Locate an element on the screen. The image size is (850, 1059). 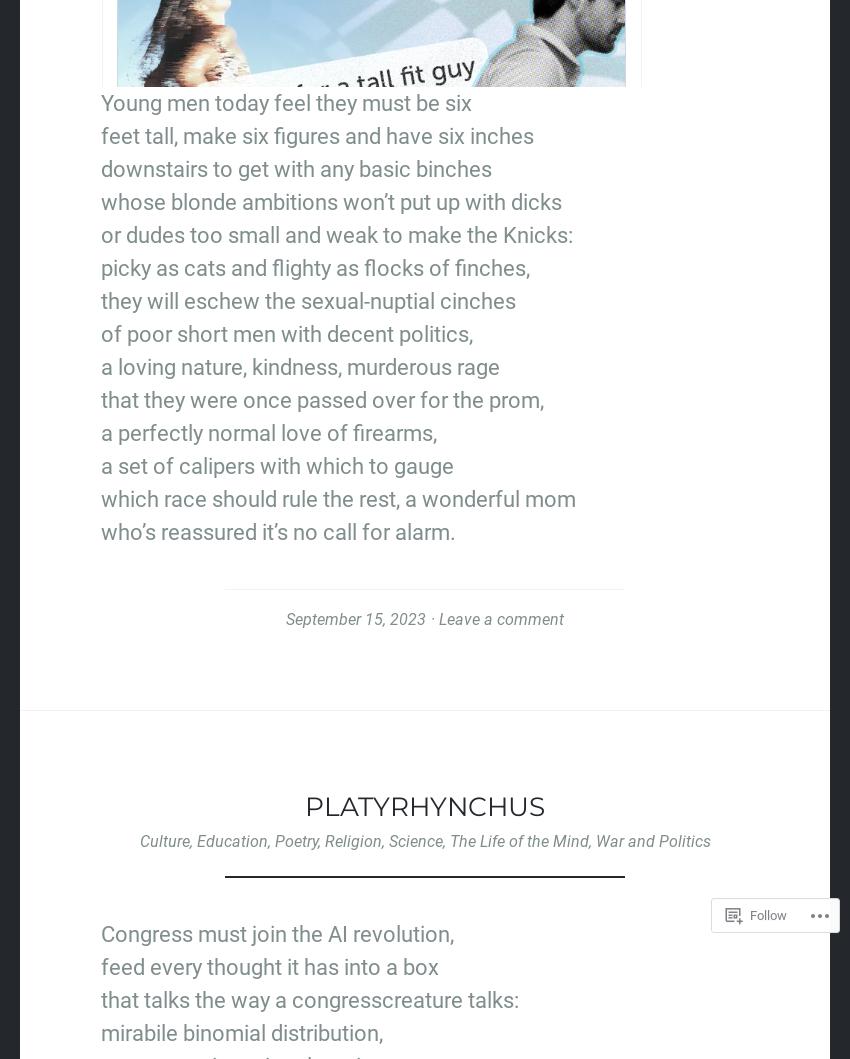
'Culture' is located at coordinates (163, 840).